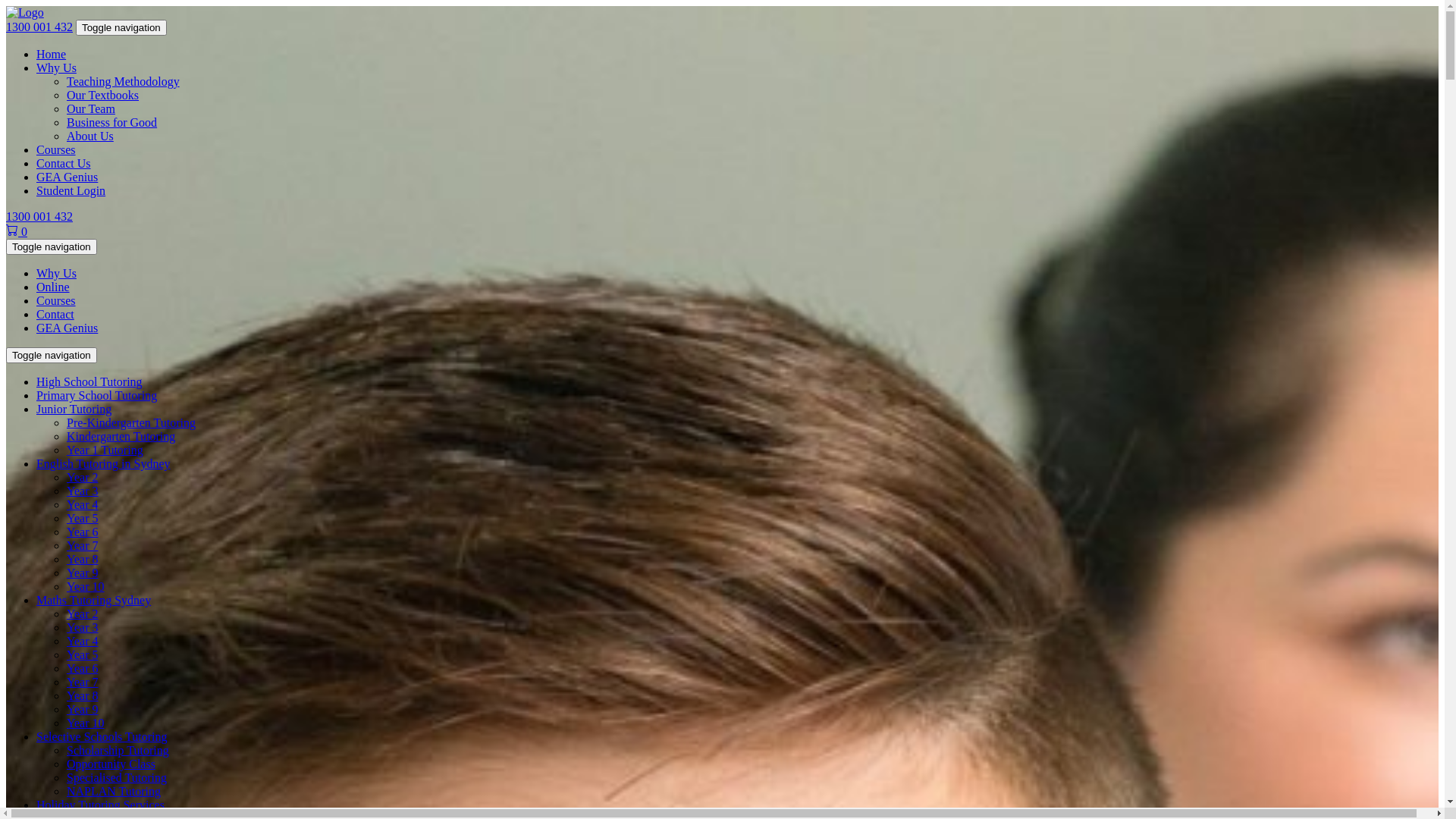  Describe the element at coordinates (93, 599) in the screenshot. I see `'Maths Tutoring Sydney'` at that location.